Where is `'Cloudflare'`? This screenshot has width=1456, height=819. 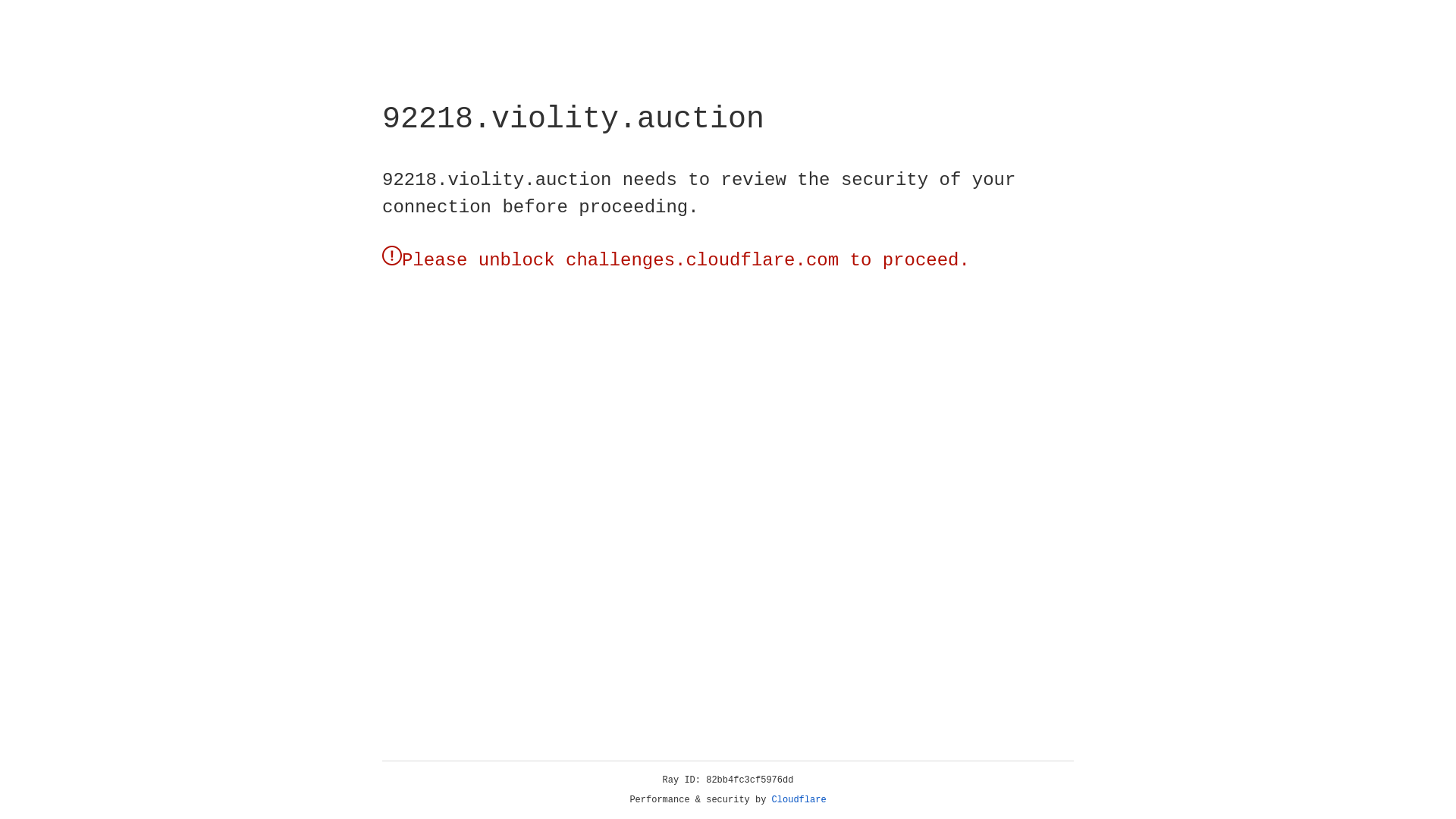
'Cloudflare' is located at coordinates (799, 799).